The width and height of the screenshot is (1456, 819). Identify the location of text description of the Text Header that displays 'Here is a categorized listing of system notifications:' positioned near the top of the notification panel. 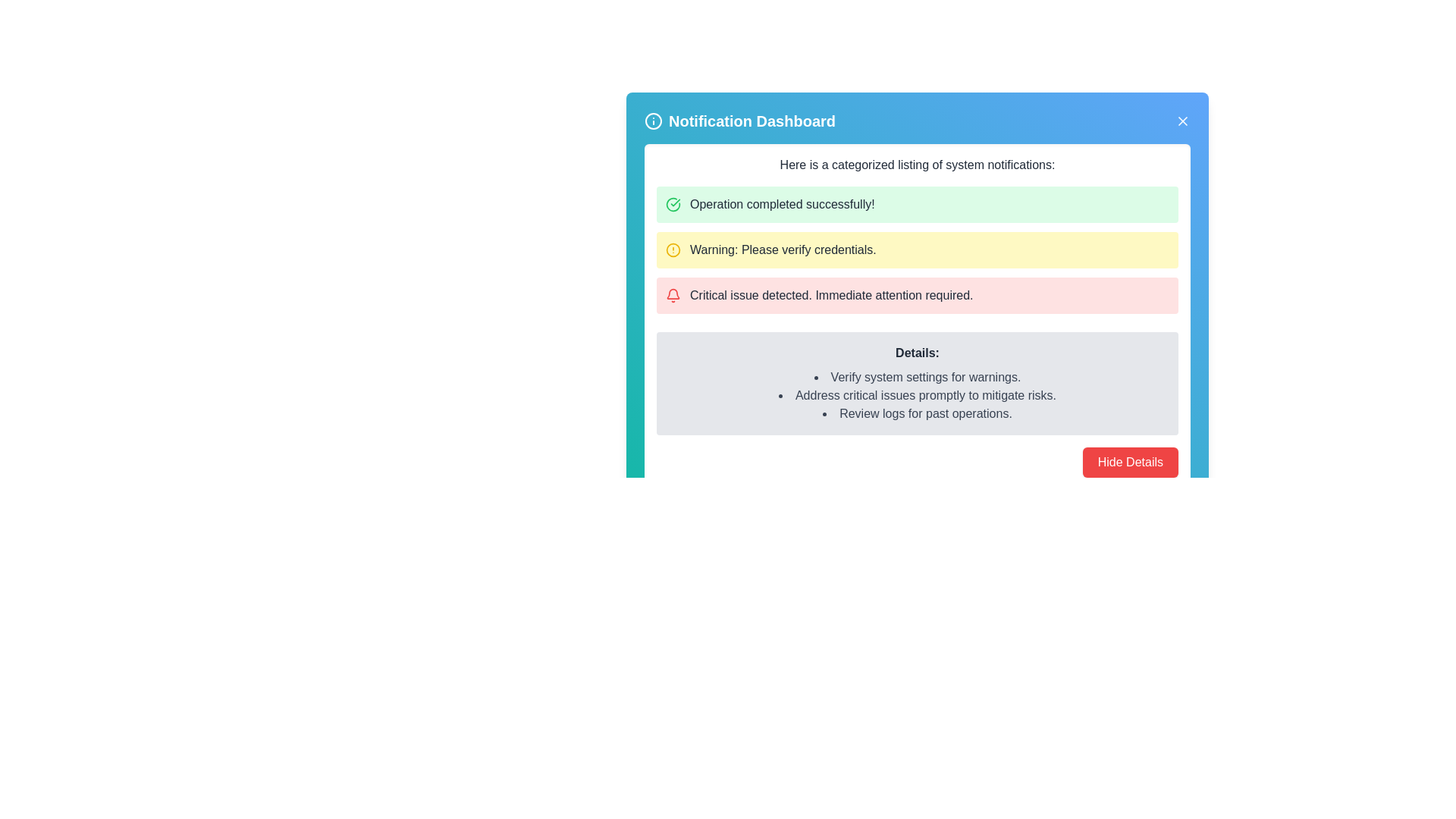
(916, 165).